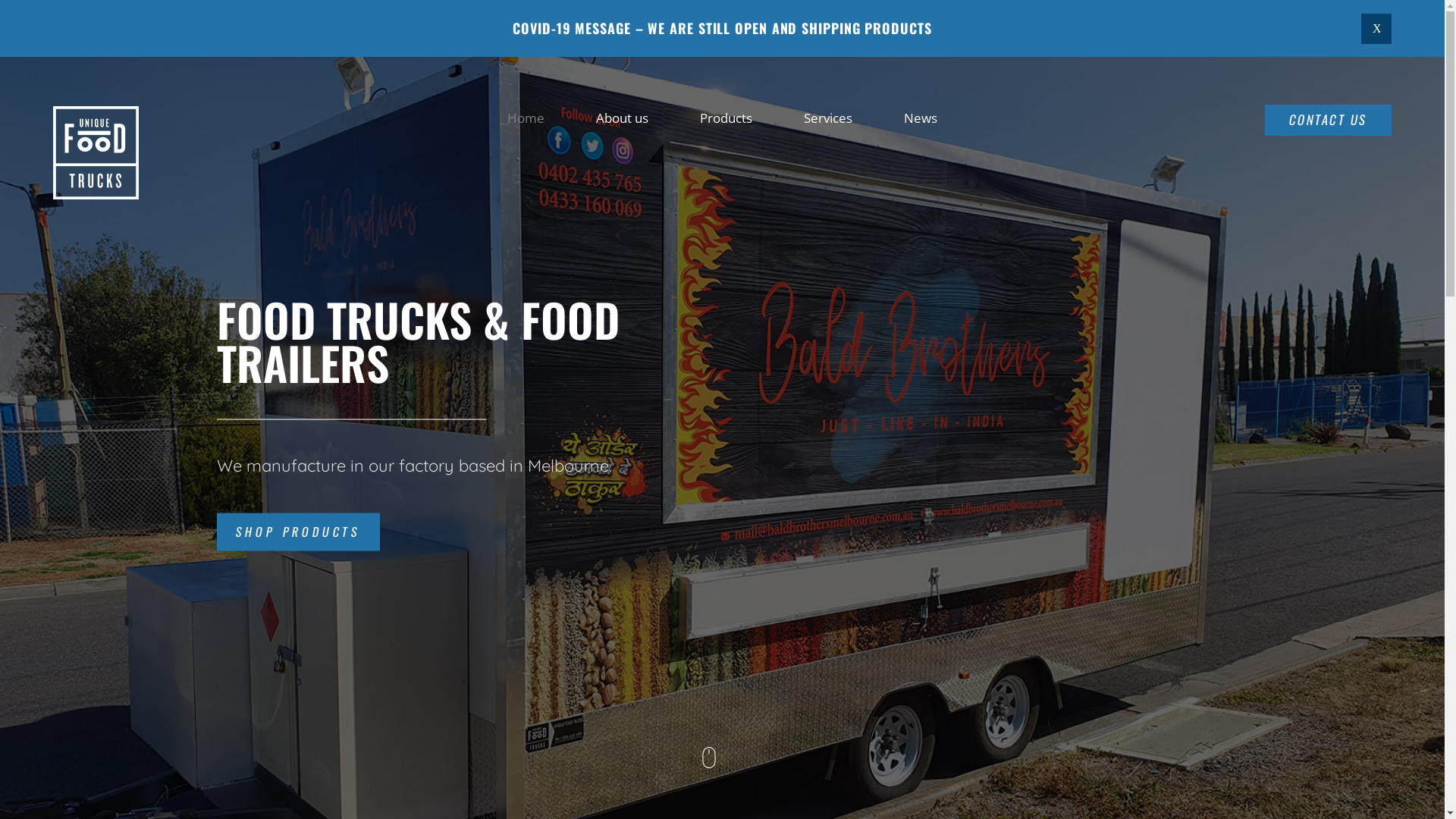 The height and width of the screenshot is (819, 1456). I want to click on 'SHOP PRODUCTS', so click(298, 532).